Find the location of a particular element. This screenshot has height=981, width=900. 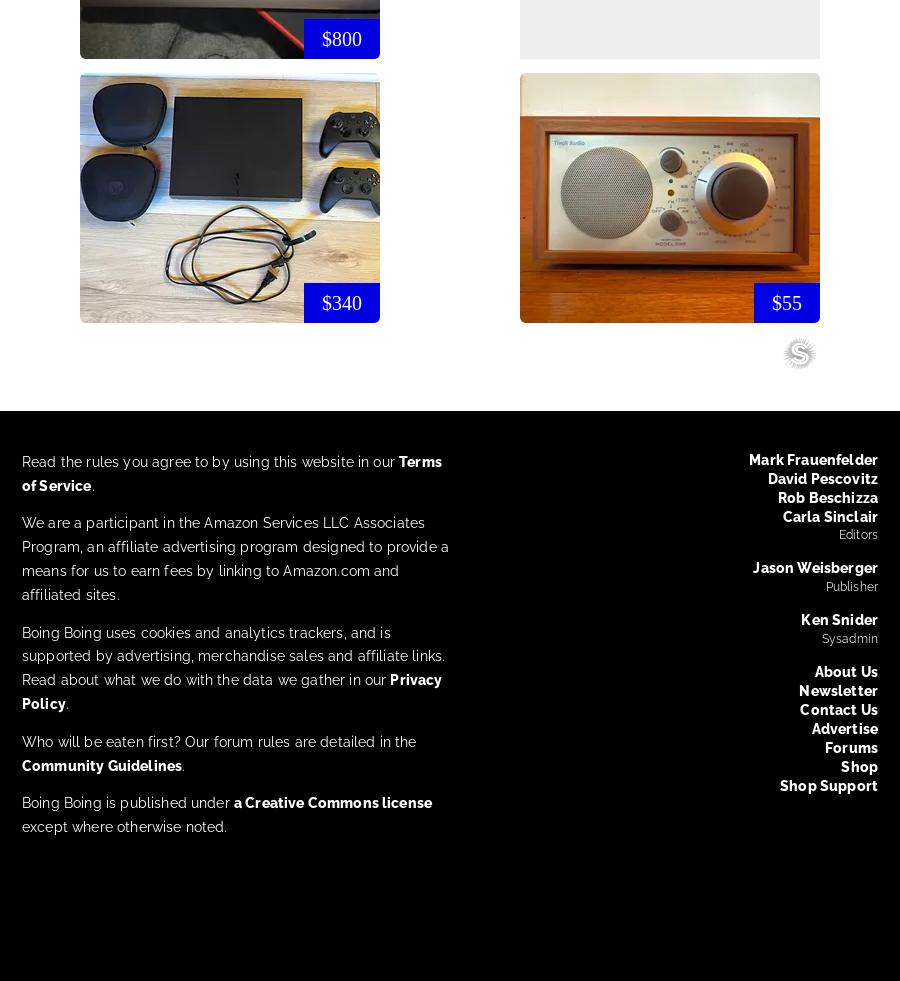

'Read the rules you agree to by using this website in our' is located at coordinates (210, 459).